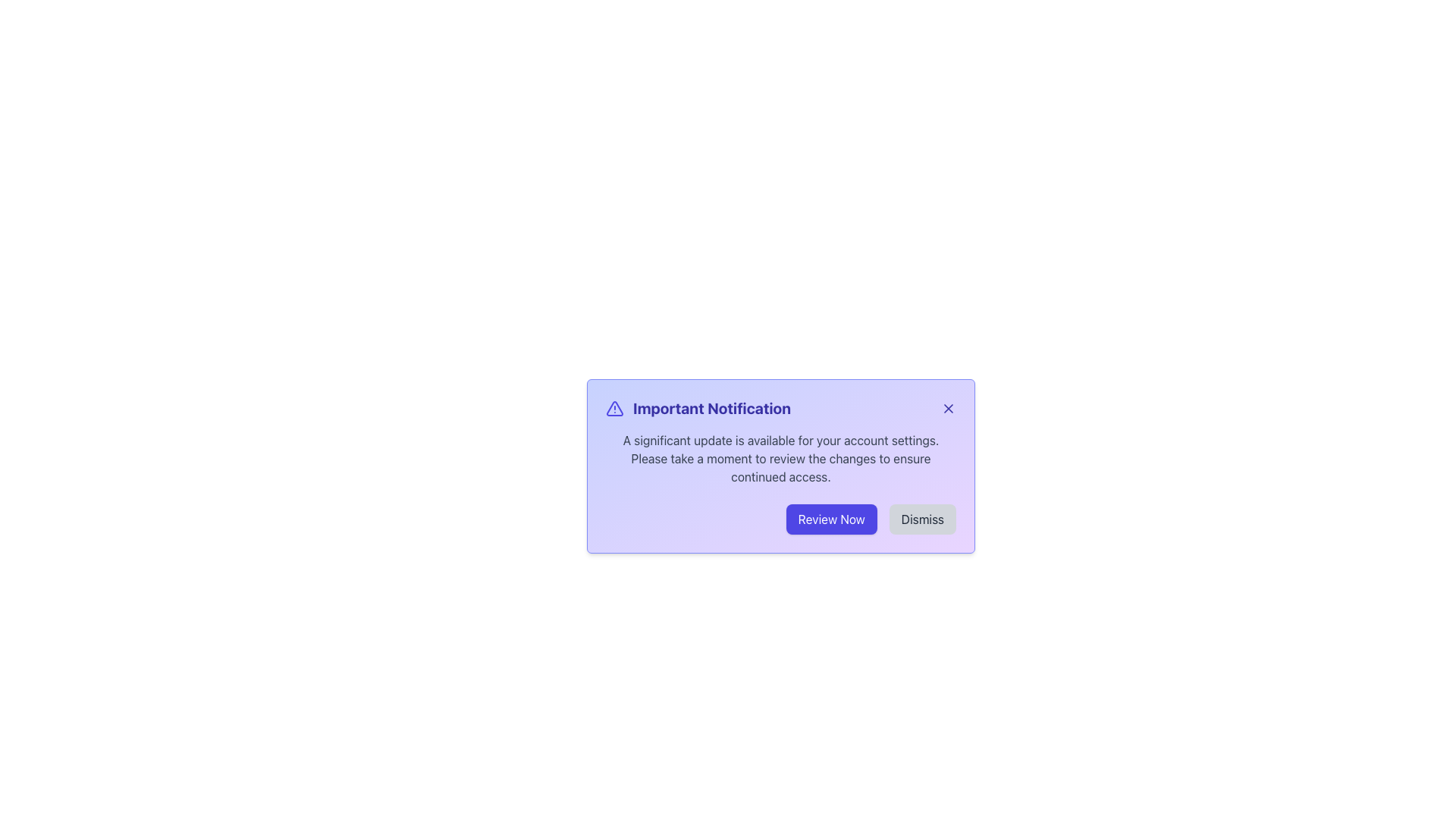 This screenshot has height=819, width=1456. What do you see at coordinates (781, 465) in the screenshot?
I see `the Notification Box that informs the user about an important account setting update, which is centrally located in the notification interface` at bounding box center [781, 465].